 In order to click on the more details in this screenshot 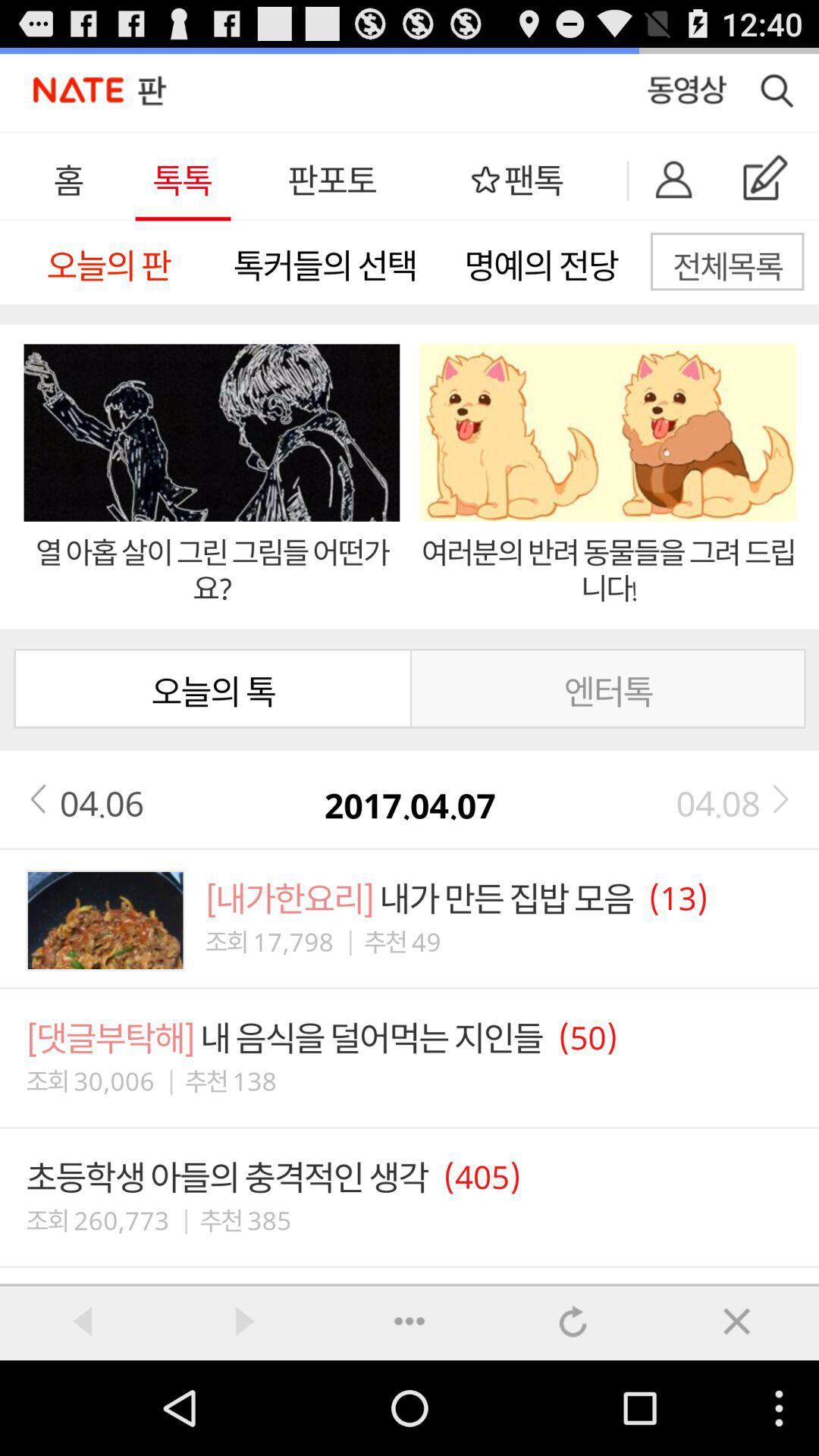, I will do `click(409, 1320)`.